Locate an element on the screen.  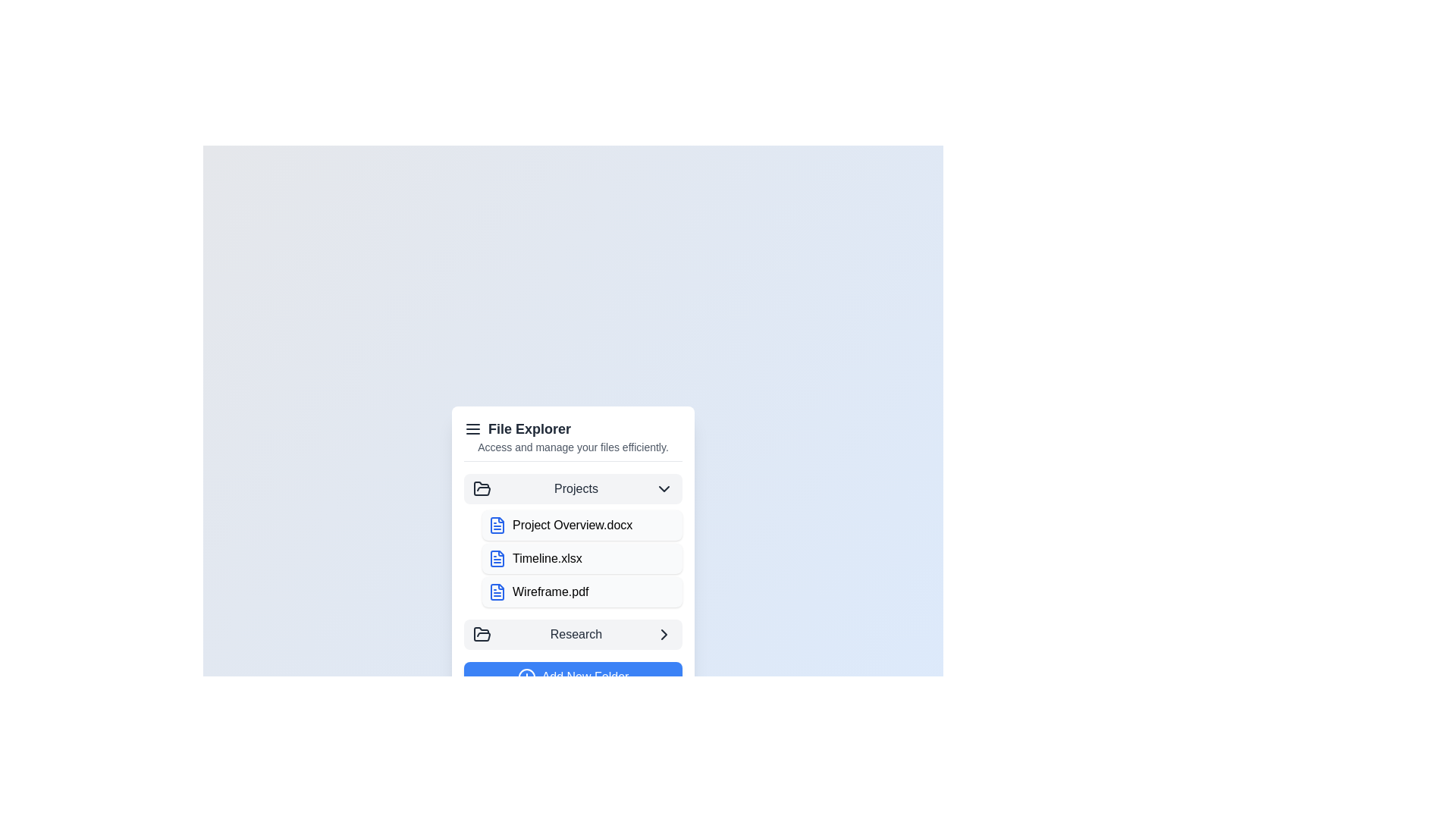
the file item Timeline.xlsx is located at coordinates (582, 558).